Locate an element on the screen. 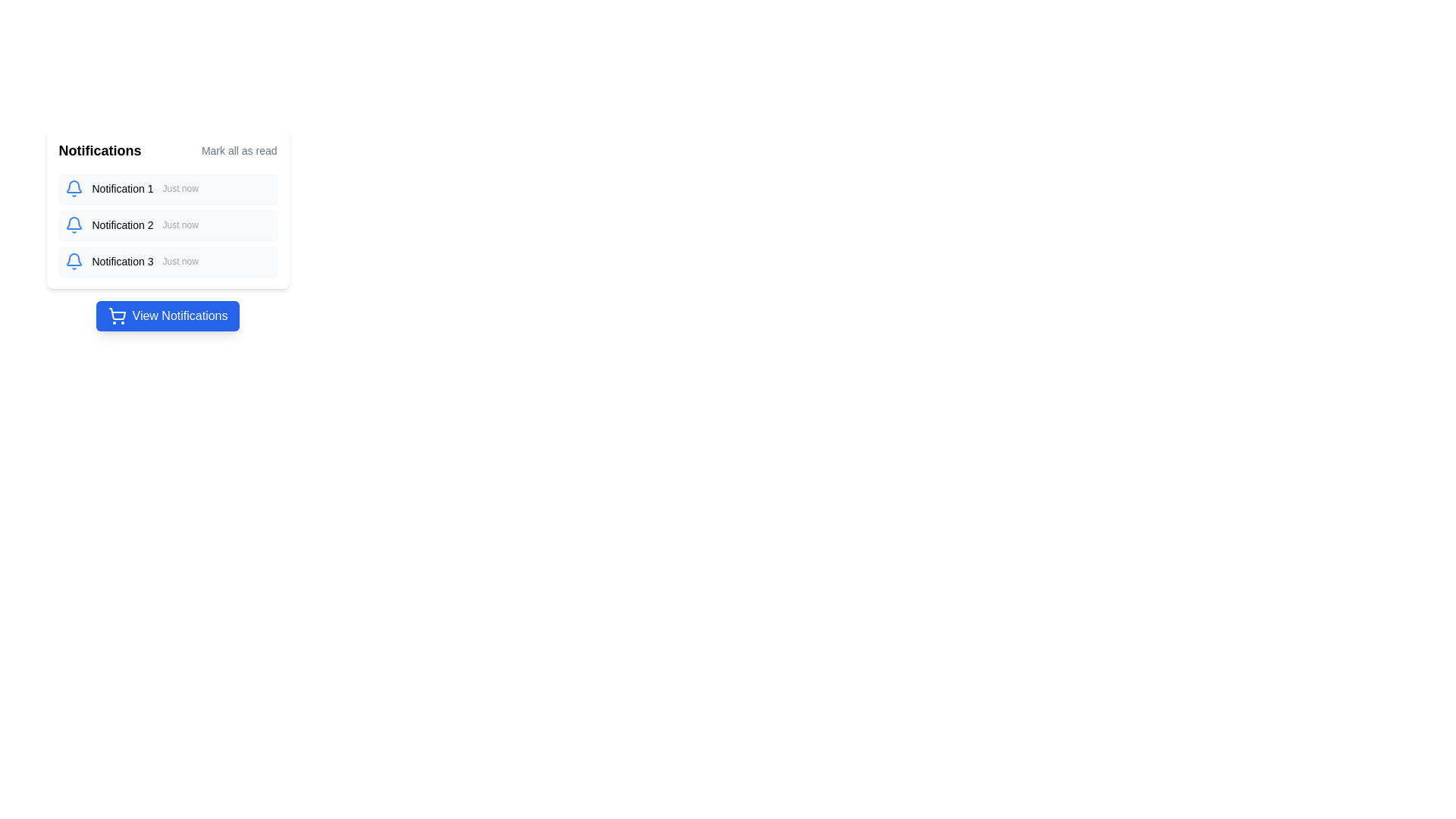  the third notification title label, which is aligned to the left next to a bell icon and the text 'Just now' is located at coordinates (123, 260).